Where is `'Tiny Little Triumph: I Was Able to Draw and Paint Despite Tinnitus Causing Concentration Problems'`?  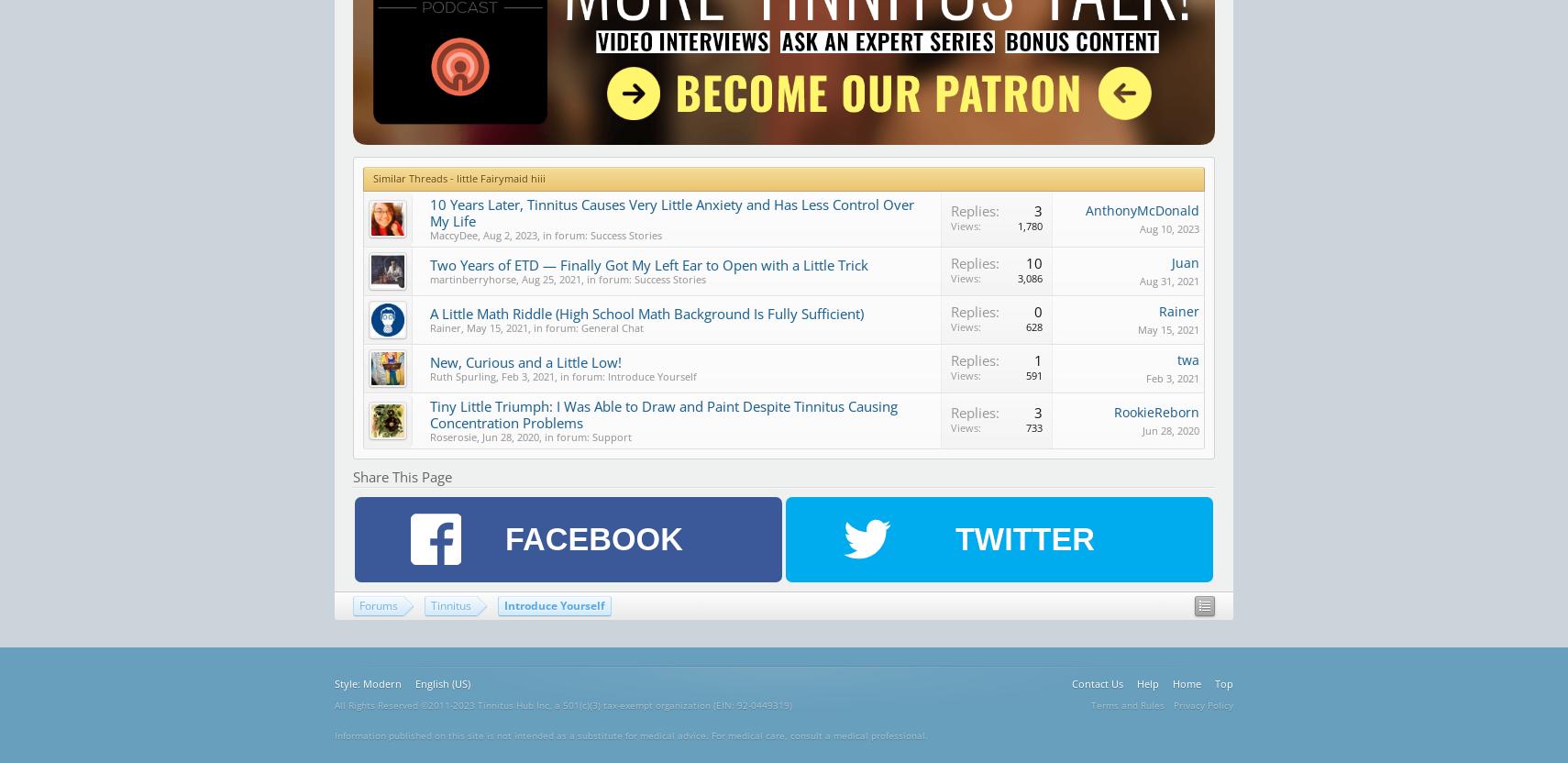
'Tiny Little Triumph: I Was Able to Draw and Paint Despite Tinnitus Causing Concentration Problems' is located at coordinates (664, 414).